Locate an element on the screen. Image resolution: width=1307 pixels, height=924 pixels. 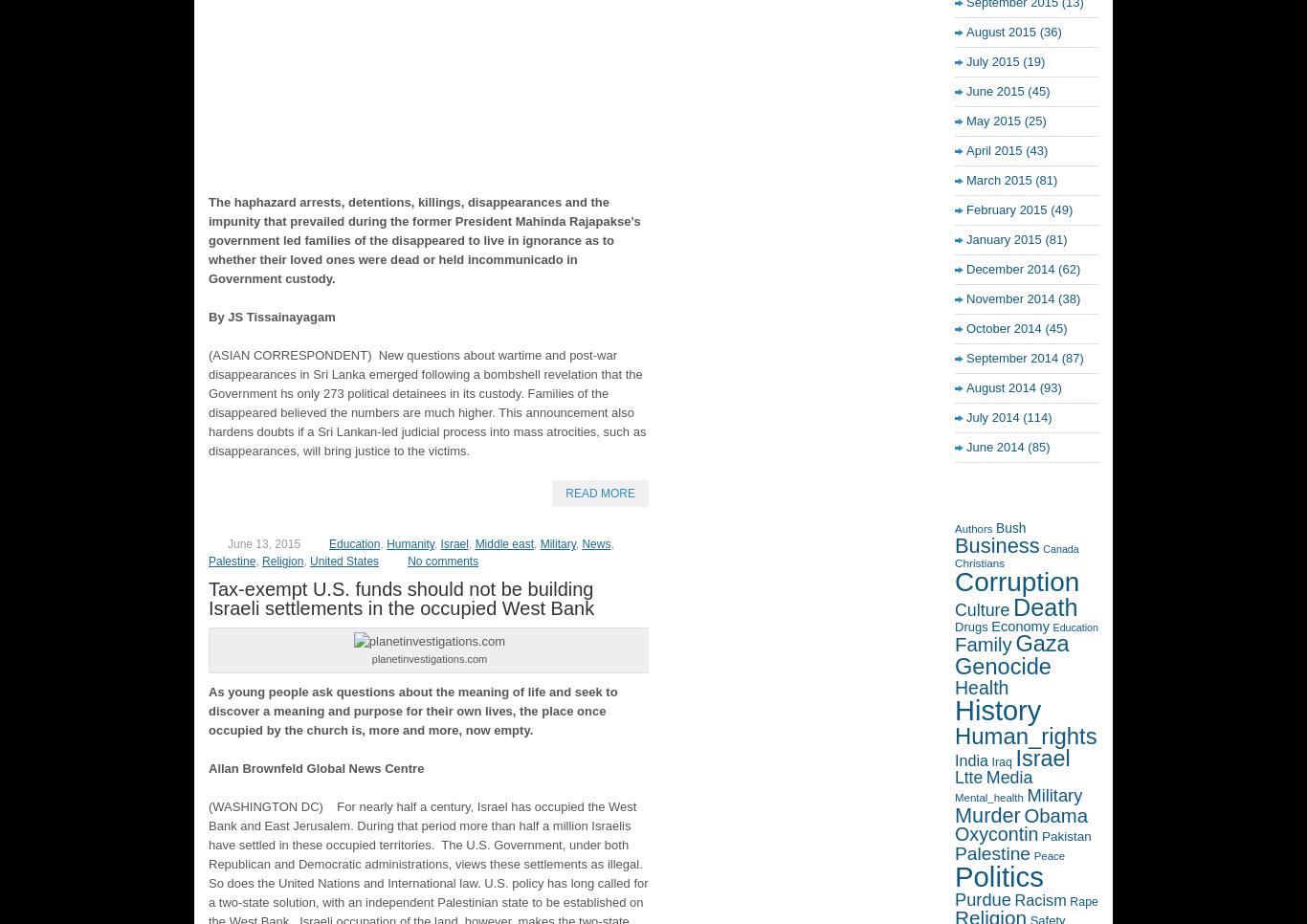
'Mental_health' is located at coordinates (987, 797).